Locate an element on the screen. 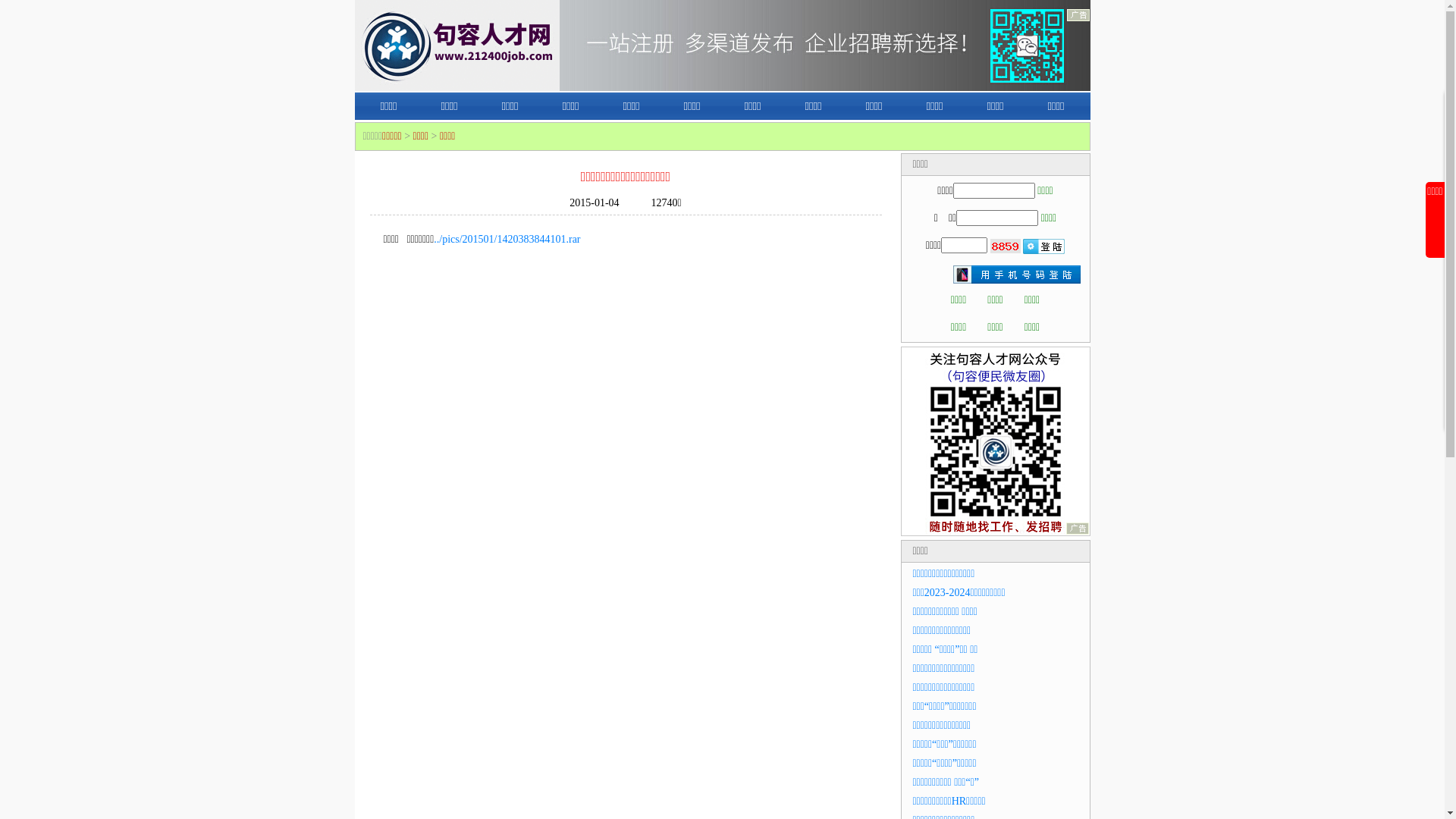 The width and height of the screenshot is (1456, 819). '../pics/201501/1420383844101.rar' is located at coordinates (507, 239).